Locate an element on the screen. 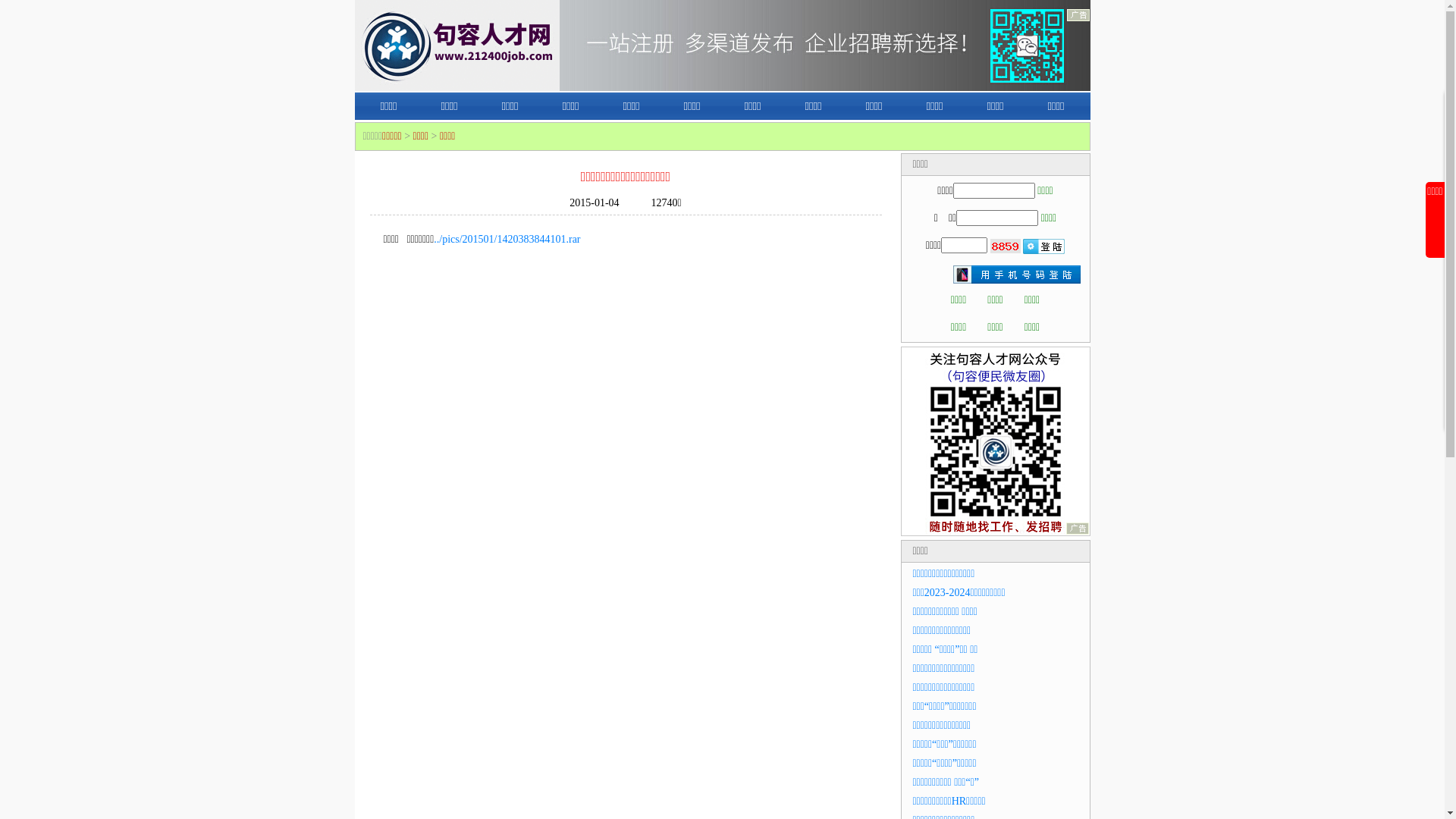 The width and height of the screenshot is (1456, 819). '../pics/201501/1420383844101.rar' is located at coordinates (507, 239).